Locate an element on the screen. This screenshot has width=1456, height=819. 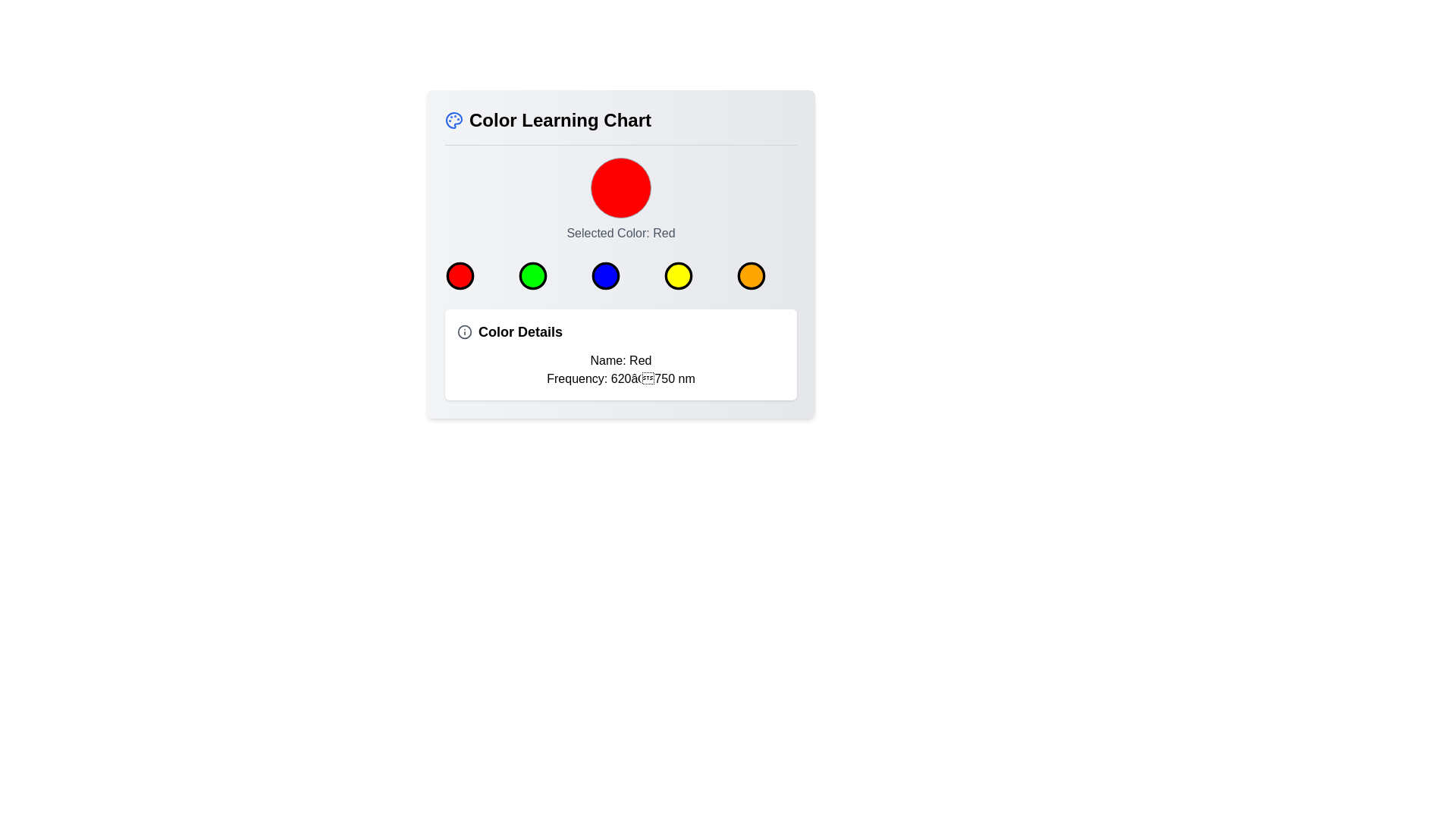
the 'Color Learning Chart' text label, which is styled as a bold and enlarged title, to engage with the surrounding elements it describes is located at coordinates (560, 119).